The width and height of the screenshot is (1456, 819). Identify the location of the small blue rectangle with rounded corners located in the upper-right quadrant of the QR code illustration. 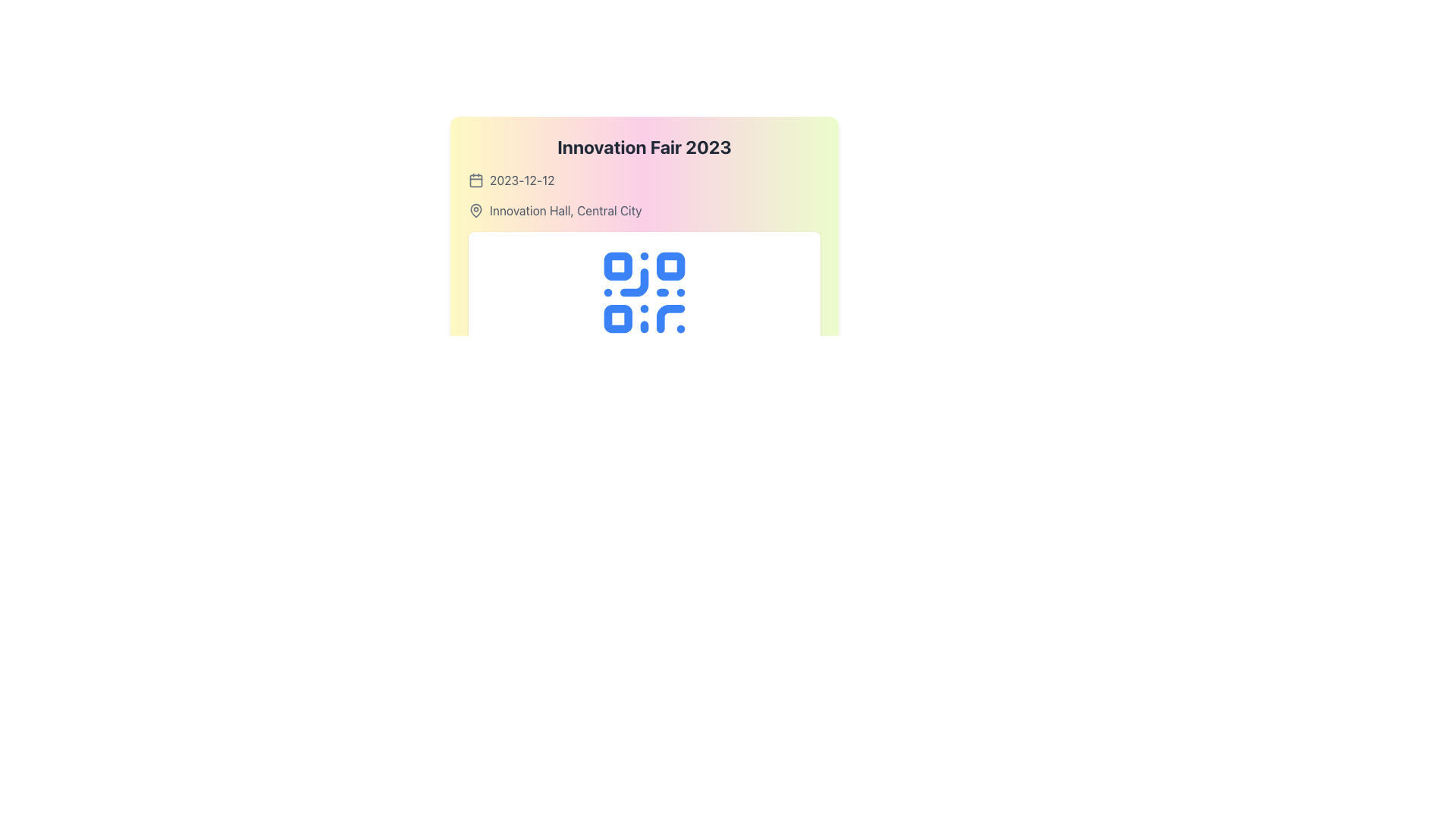
(670, 265).